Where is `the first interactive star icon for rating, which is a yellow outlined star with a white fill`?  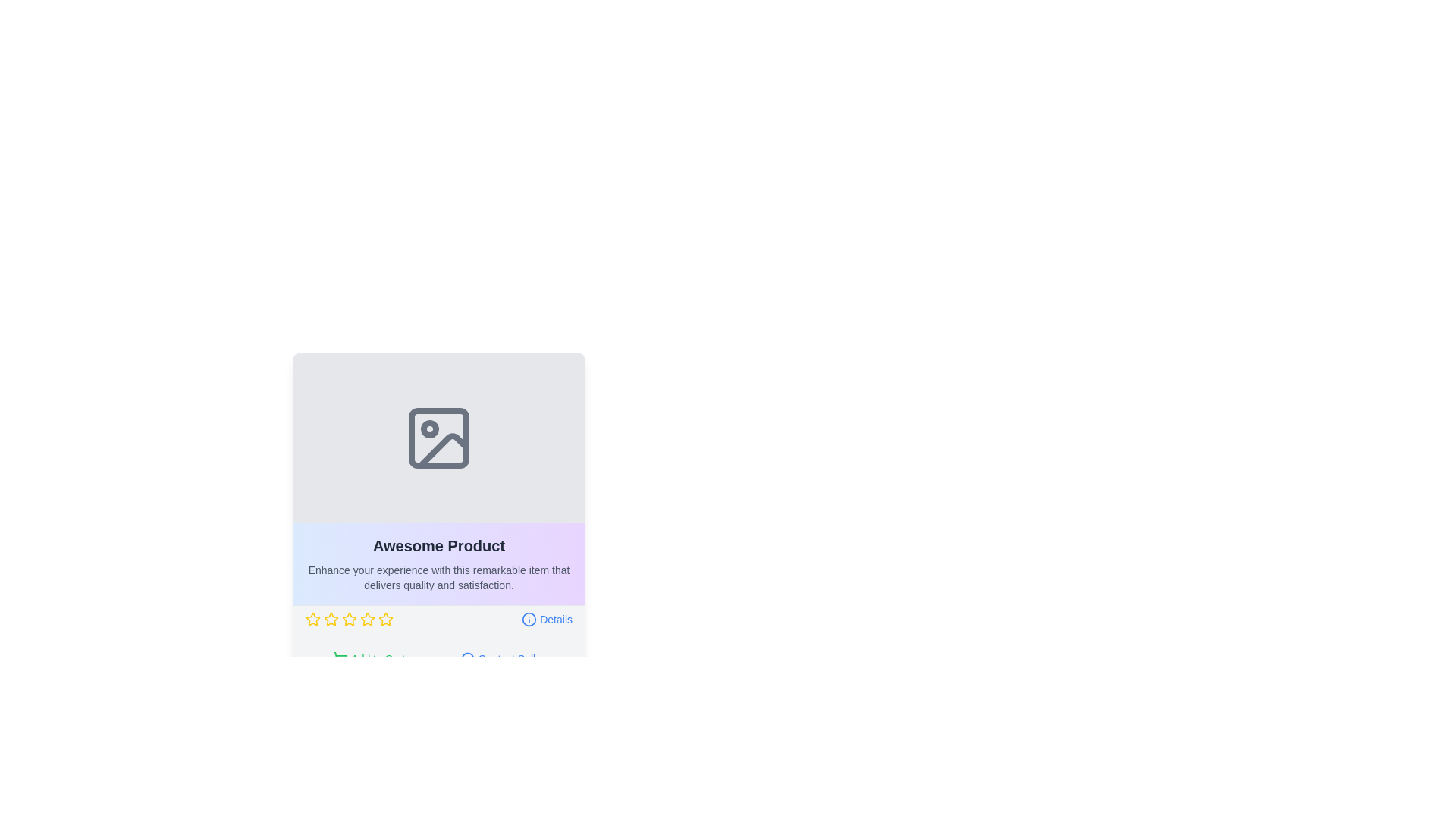
the first interactive star icon for rating, which is a yellow outlined star with a white fill is located at coordinates (312, 620).